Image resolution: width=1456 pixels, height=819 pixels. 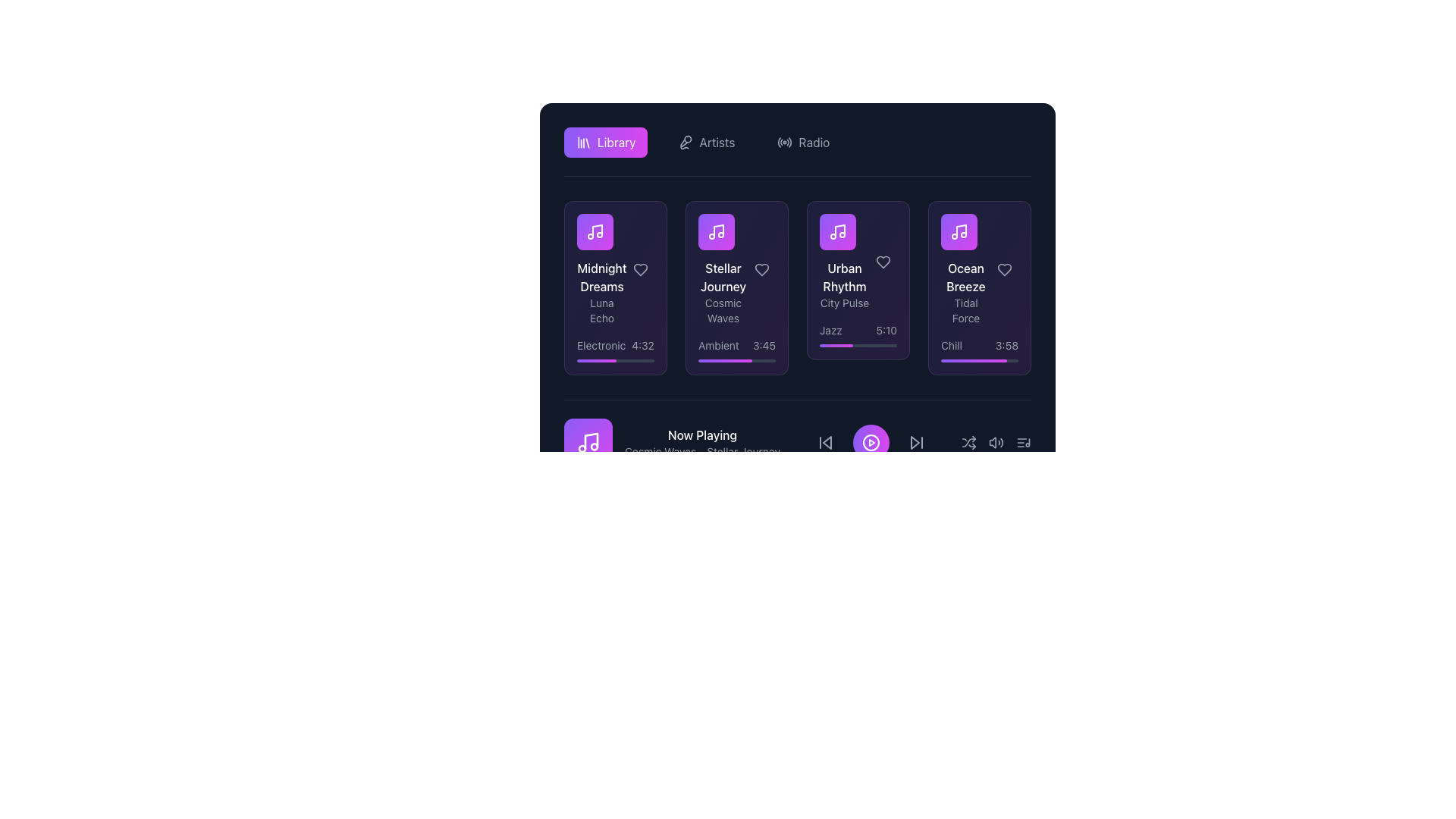 What do you see at coordinates (1004, 268) in the screenshot?
I see `the heart-shaped icon with a hollow center located in the top right corner of the 'Ocean Breeze' card` at bounding box center [1004, 268].